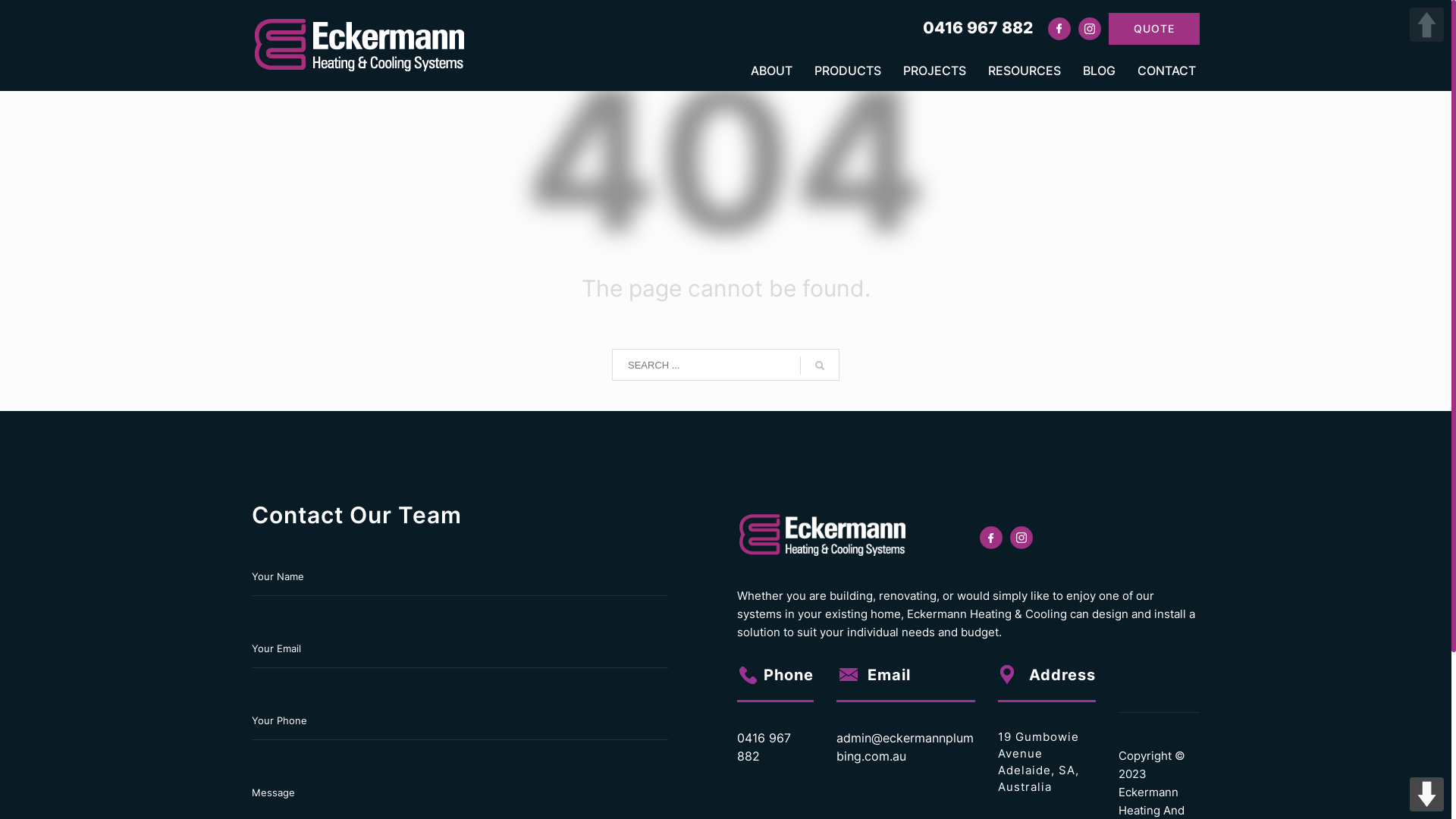  I want to click on 'PRODUCTS', so click(847, 70).